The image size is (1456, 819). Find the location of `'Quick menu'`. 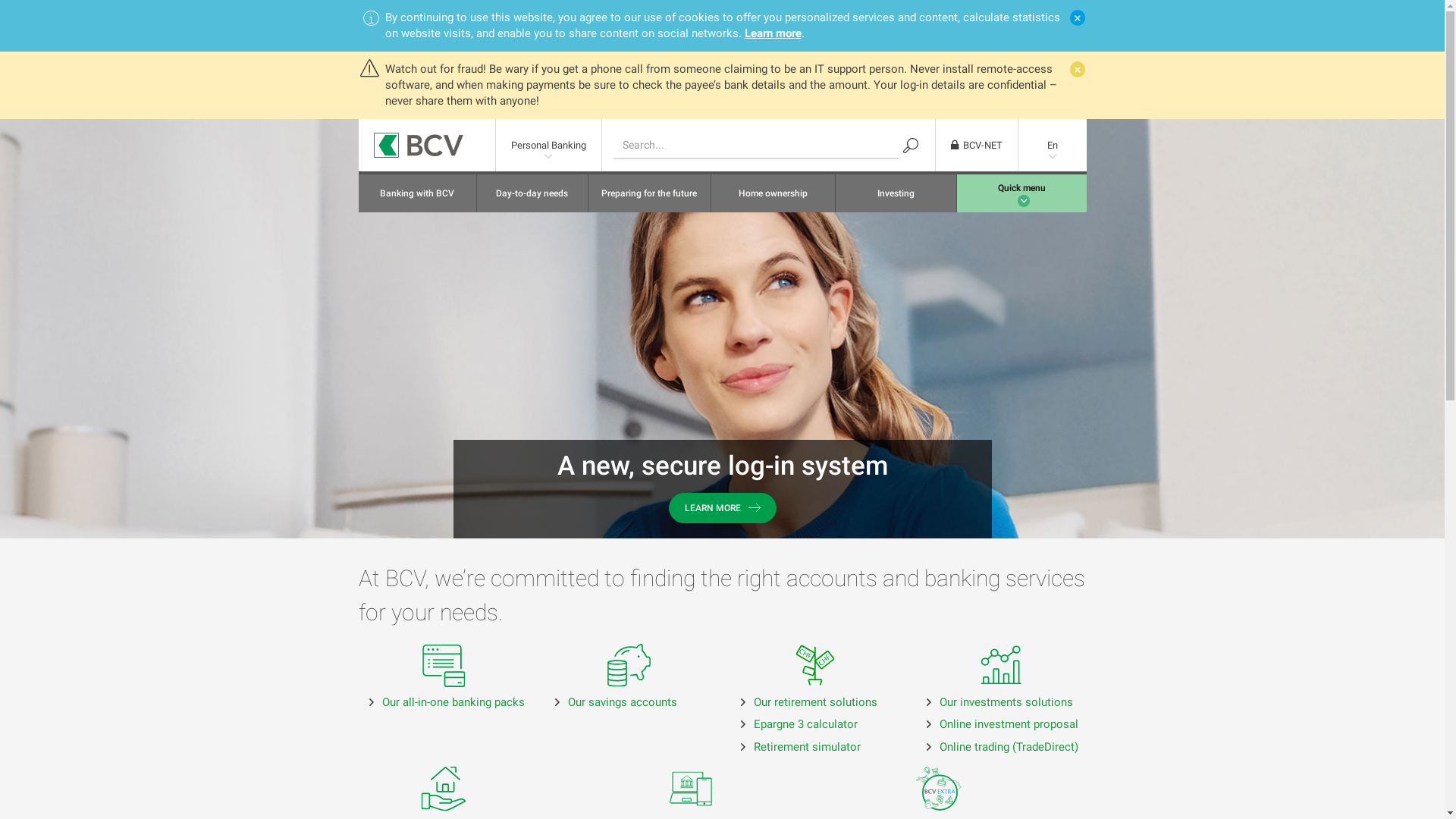

'Quick menu' is located at coordinates (956, 192).